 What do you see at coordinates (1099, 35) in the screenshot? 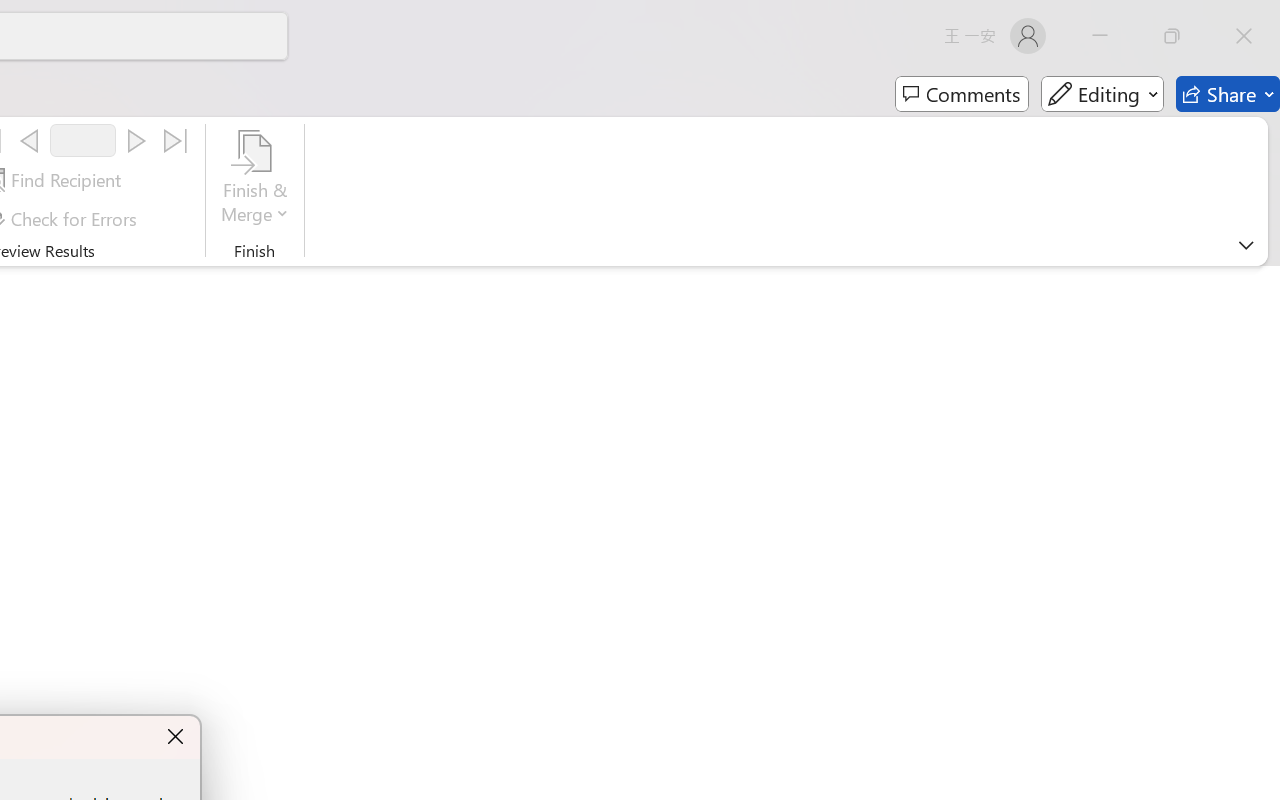
I see `'Minimize'` at bounding box center [1099, 35].